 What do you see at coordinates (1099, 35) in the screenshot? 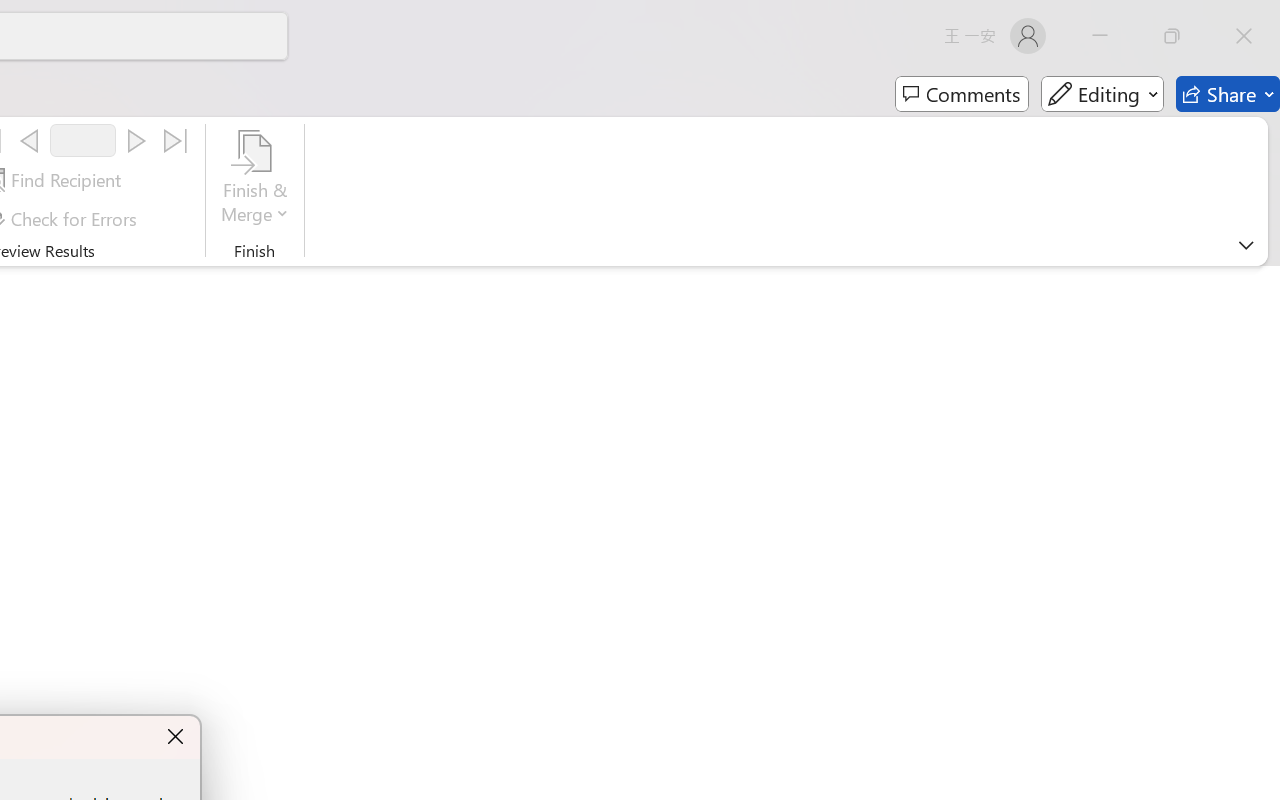
I see `'Minimize'` at bounding box center [1099, 35].